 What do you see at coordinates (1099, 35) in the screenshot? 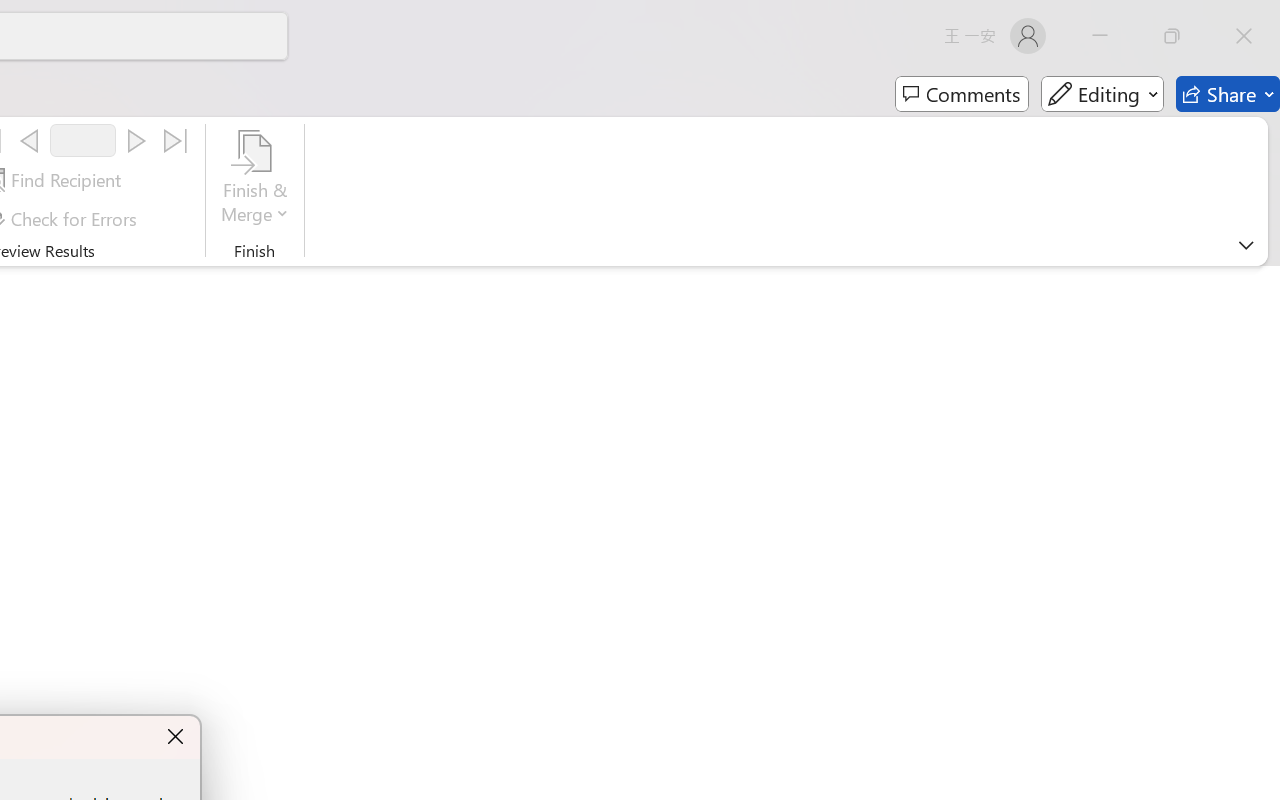
I see `'Minimize'` at bounding box center [1099, 35].